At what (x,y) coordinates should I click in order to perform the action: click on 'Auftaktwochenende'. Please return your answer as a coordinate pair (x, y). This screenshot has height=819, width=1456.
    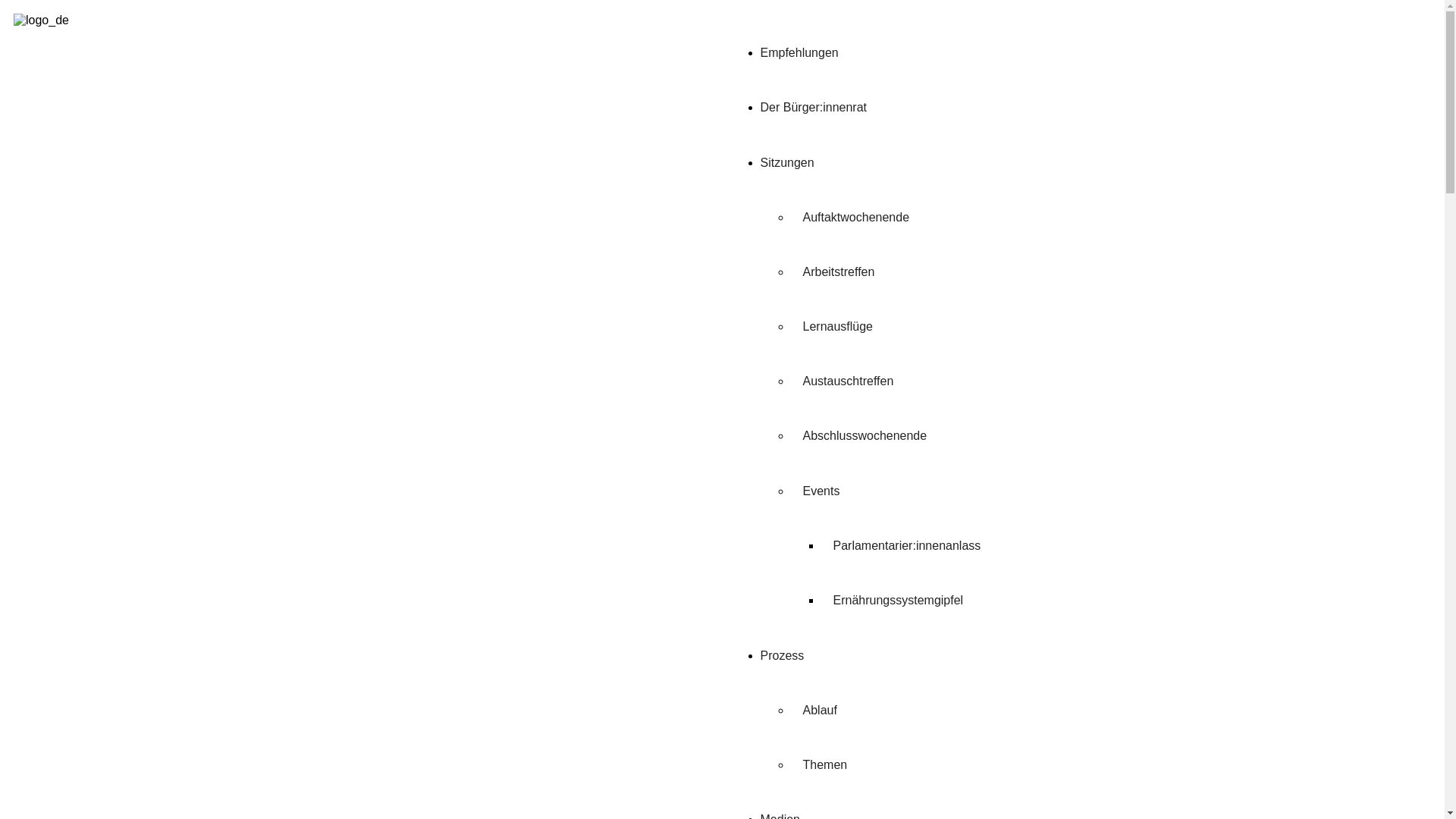
    Looking at the image, I should click on (789, 217).